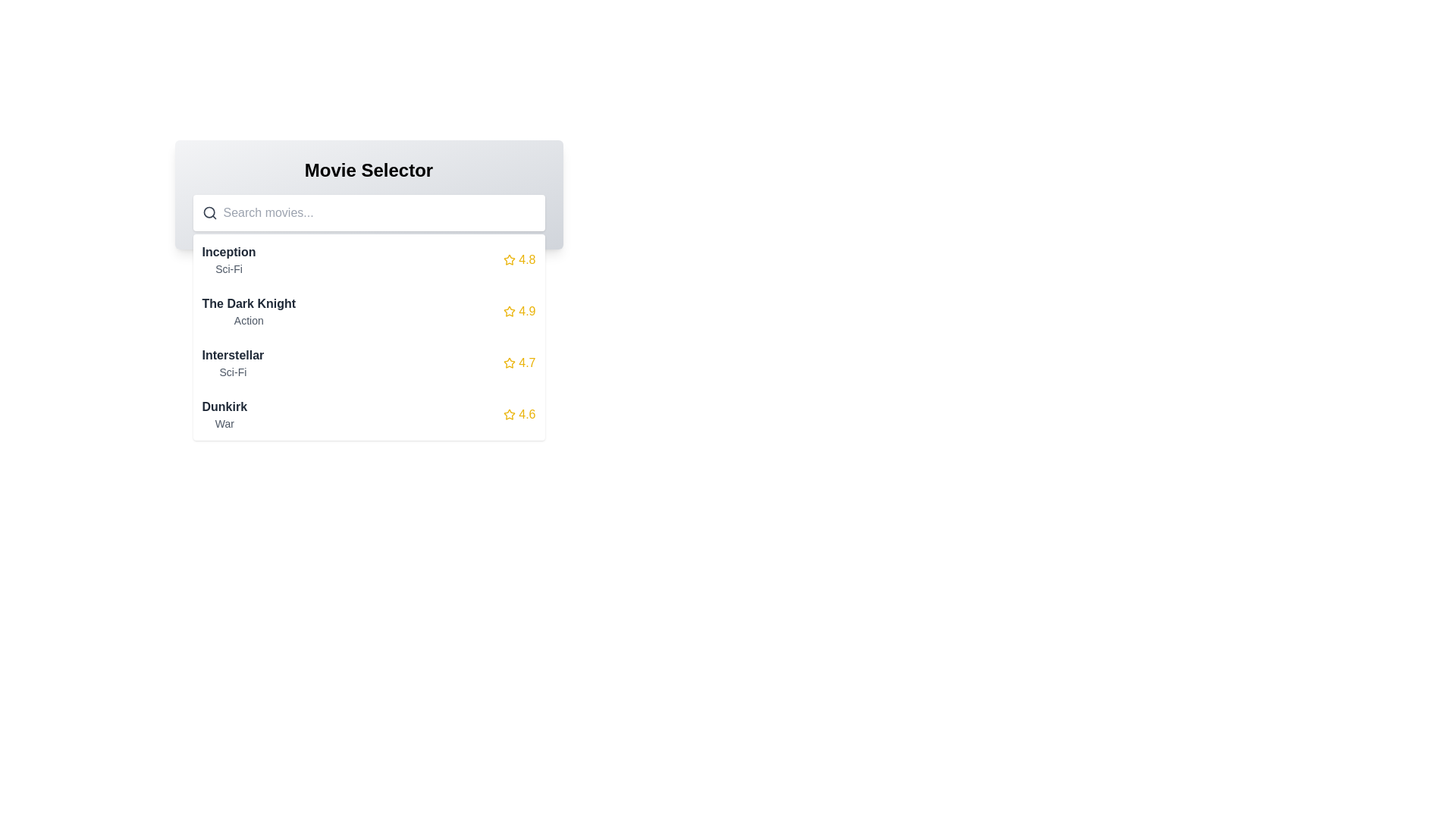  I want to click on the text display block titled 'Inception' which shows the genre 'Sci-Fi', so click(228, 259).